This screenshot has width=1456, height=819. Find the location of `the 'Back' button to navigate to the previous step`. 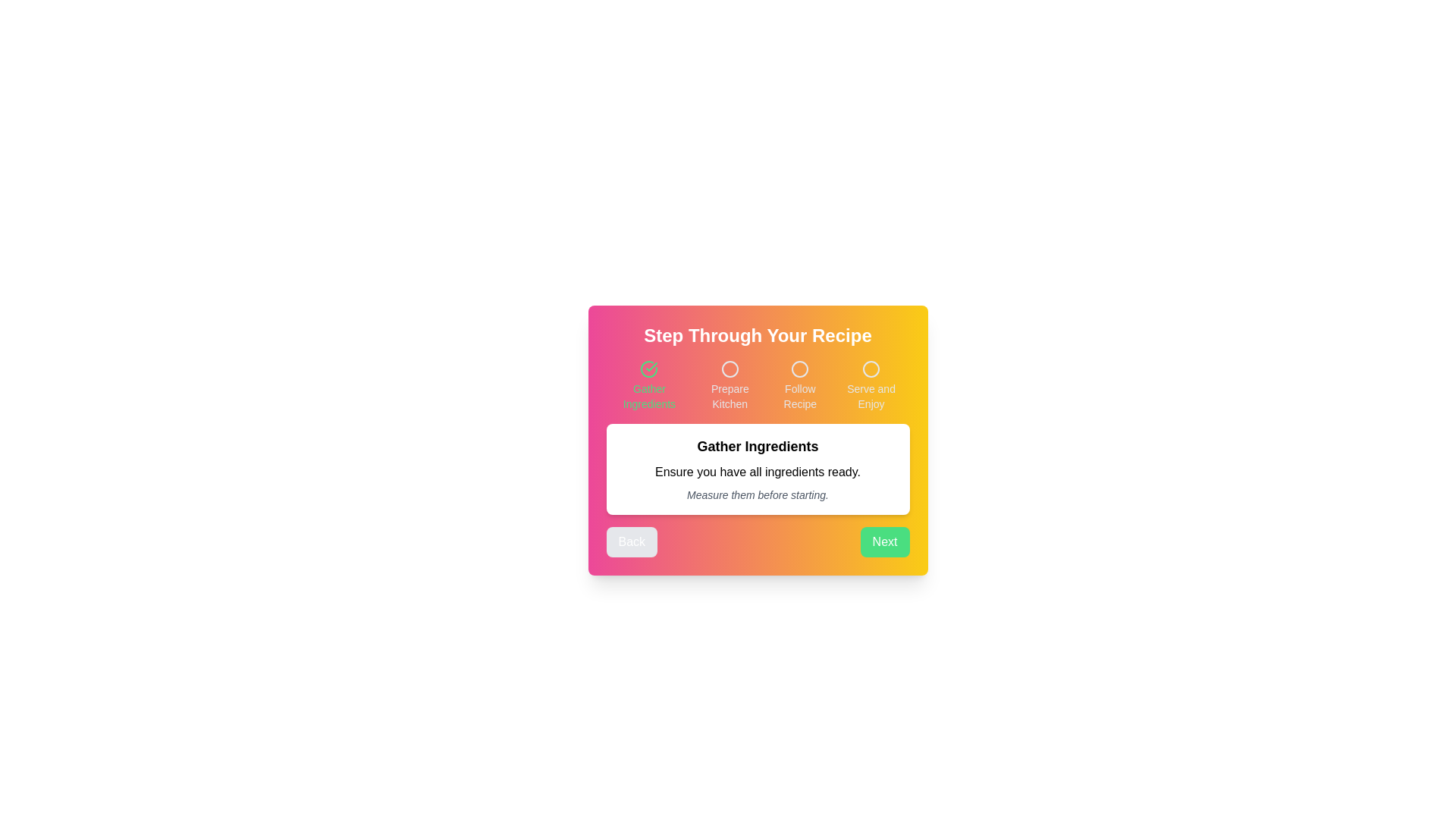

the 'Back' button to navigate to the previous step is located at coordinates (632, 541).